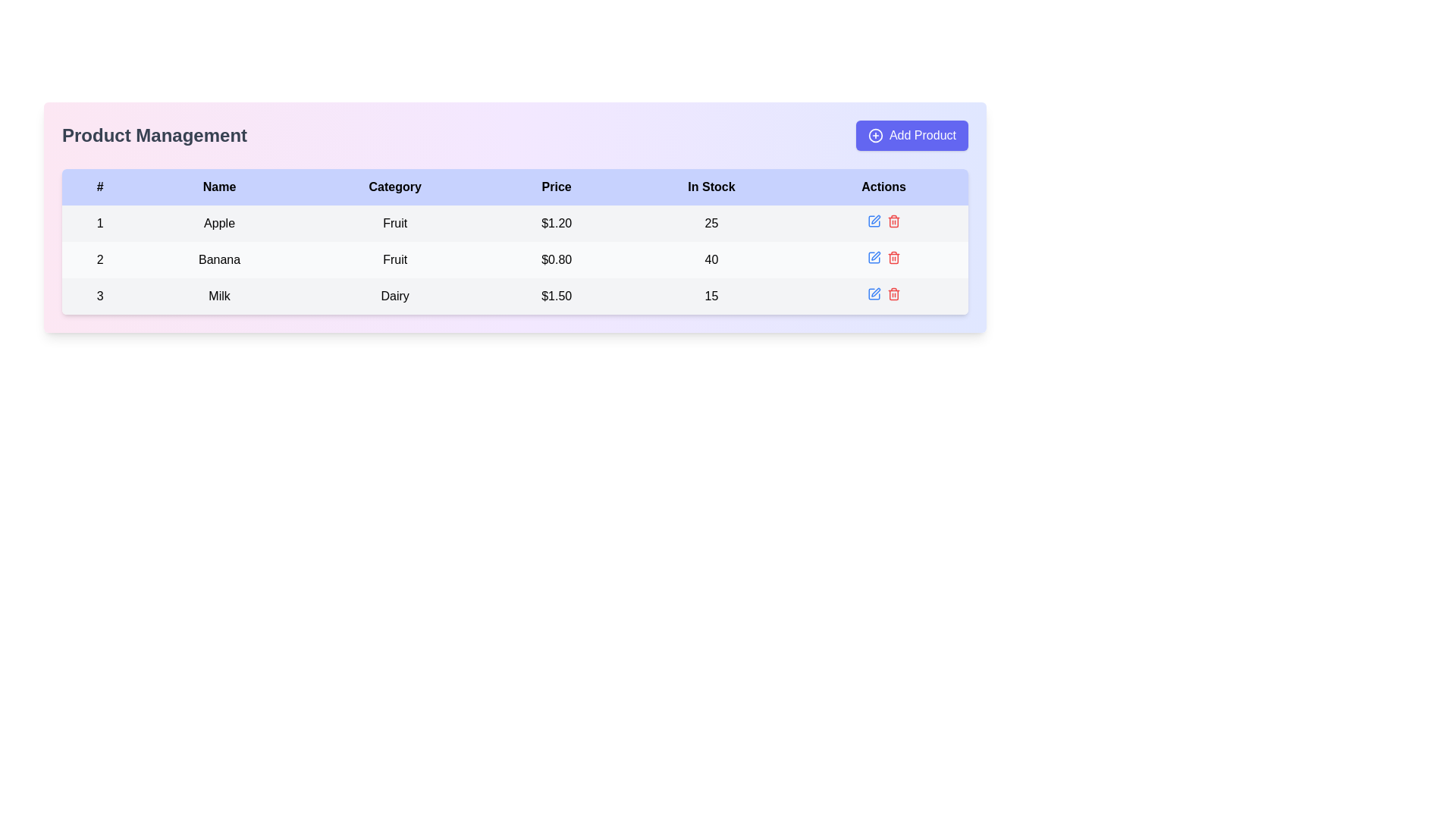 This screenshot has height=819, width=1456. I want to click on the table header cell labeled 'Actions', which is styled with a bold font on a light blue background, located at the end of the table header row, so click(883, 186).